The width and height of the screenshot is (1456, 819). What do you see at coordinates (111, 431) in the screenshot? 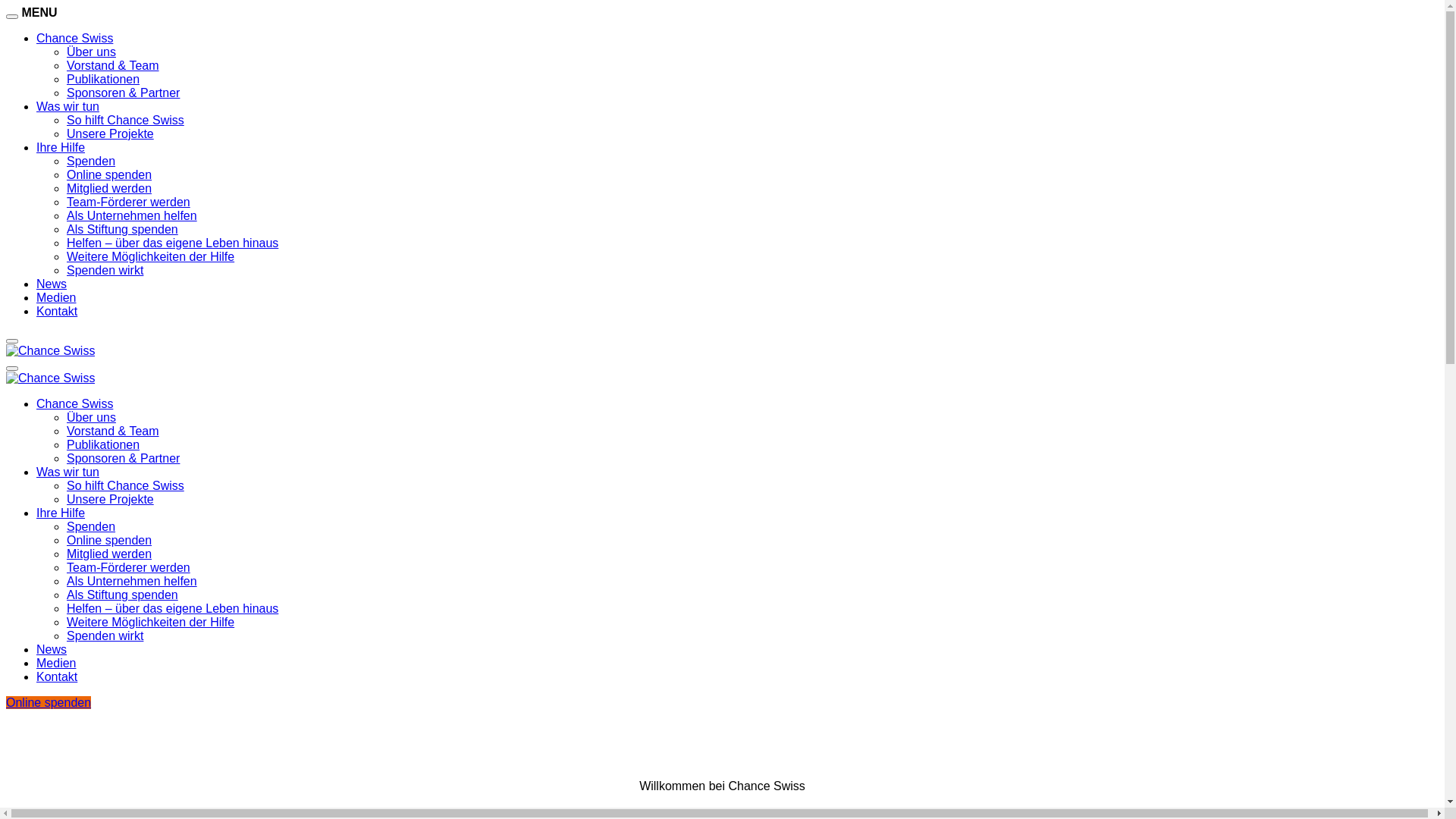
I see `'Vorstand & Team'` at bounding box center [111, 431].